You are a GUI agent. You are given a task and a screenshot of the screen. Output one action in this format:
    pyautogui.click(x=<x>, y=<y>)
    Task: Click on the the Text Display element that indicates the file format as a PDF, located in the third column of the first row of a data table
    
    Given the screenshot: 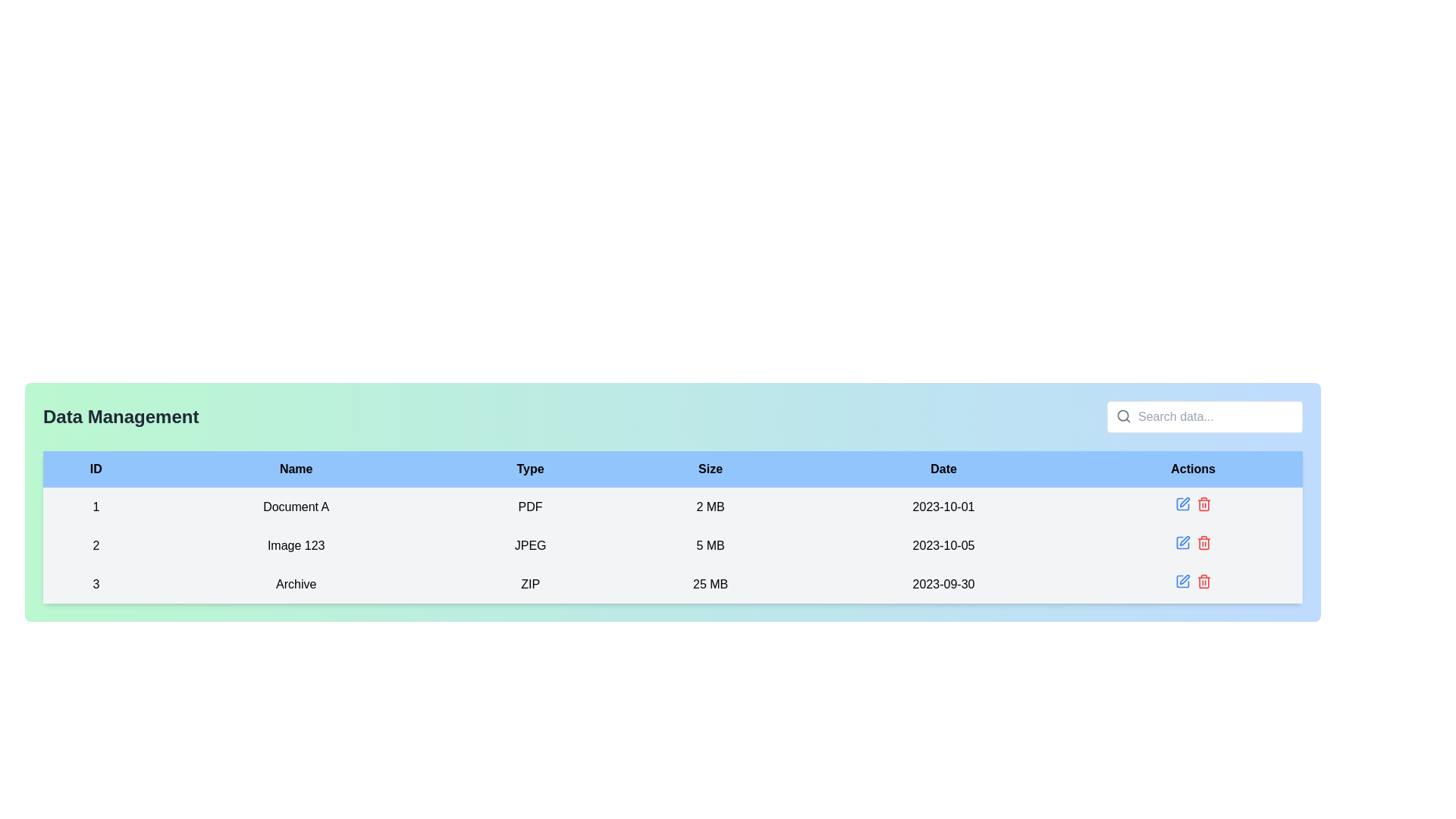 What is the action you would take?
    pyautogui.click(x=530, y=507)
    